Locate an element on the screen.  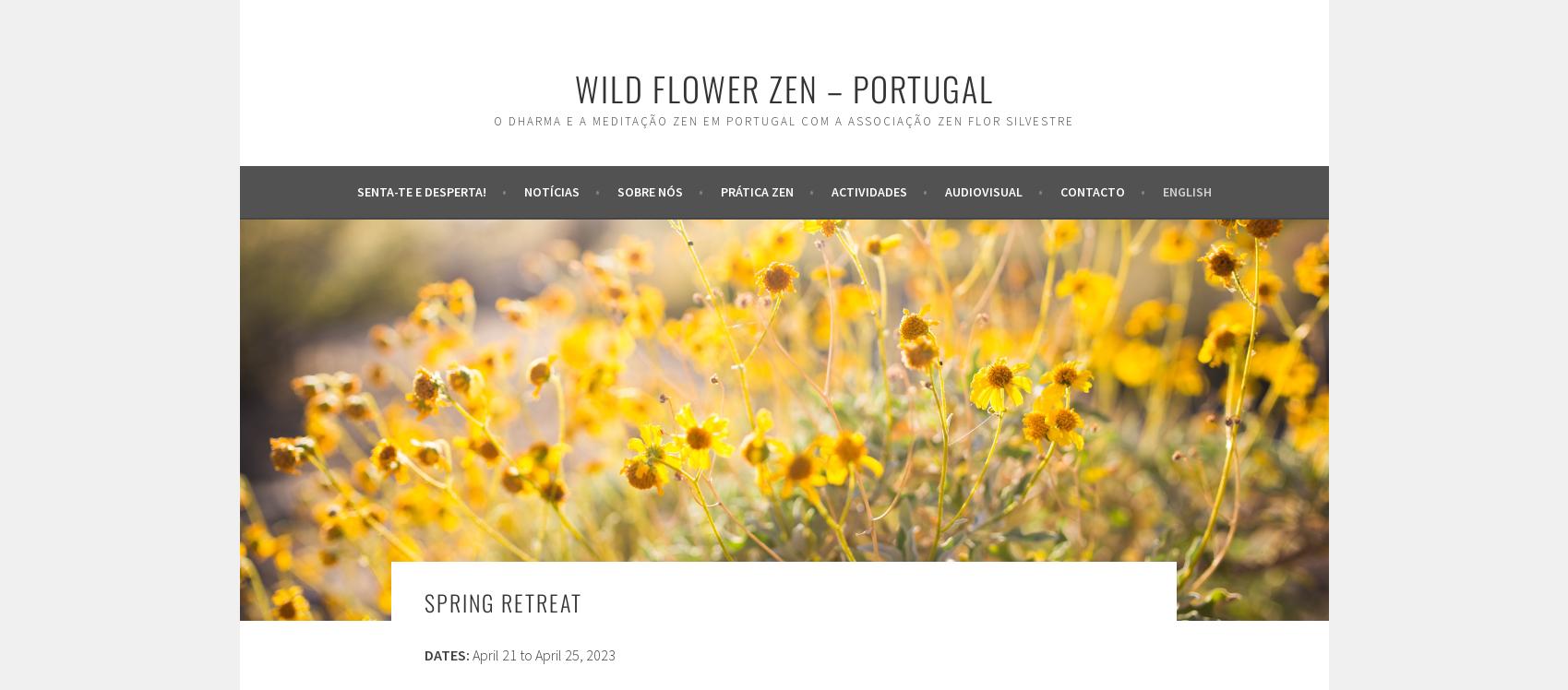
'wild flower zen – portugal' is located at coordinates (783, 88).